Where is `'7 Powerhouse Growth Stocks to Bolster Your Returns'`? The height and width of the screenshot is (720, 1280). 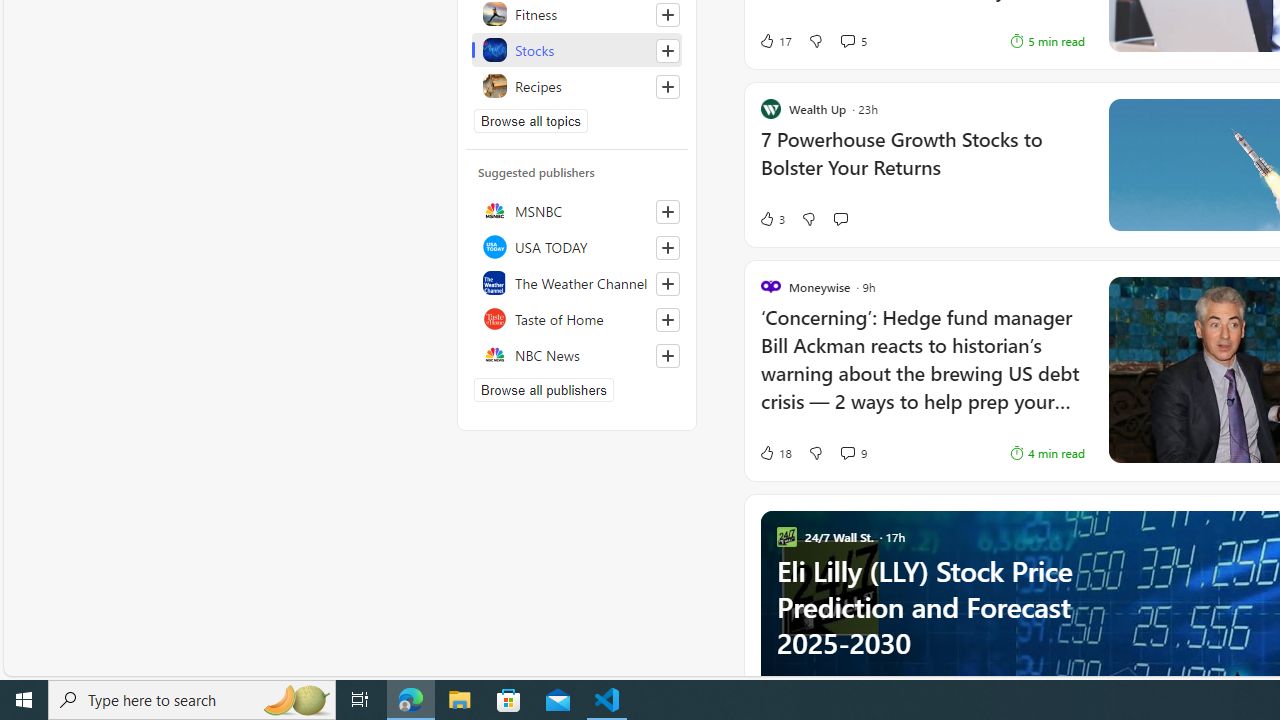
'7 Powerhouse Growth Stocks to Bolster Your Returns' is located at coordinates (921, 163).